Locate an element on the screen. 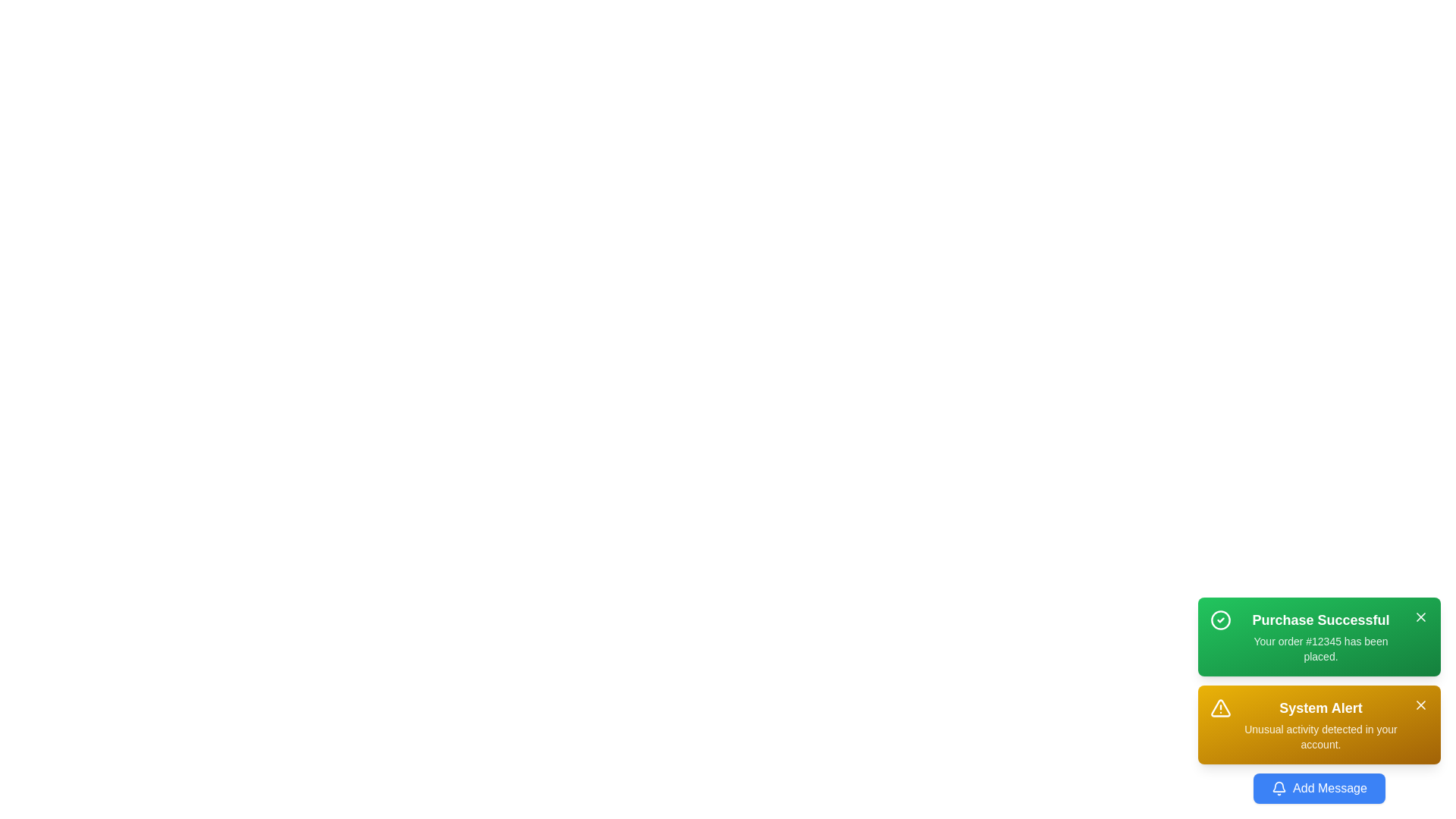 Image resolution: width=1456 pixels, height=819 pixels. the 'Add Message' button to add a new message is located at coordinates (1318, 788).